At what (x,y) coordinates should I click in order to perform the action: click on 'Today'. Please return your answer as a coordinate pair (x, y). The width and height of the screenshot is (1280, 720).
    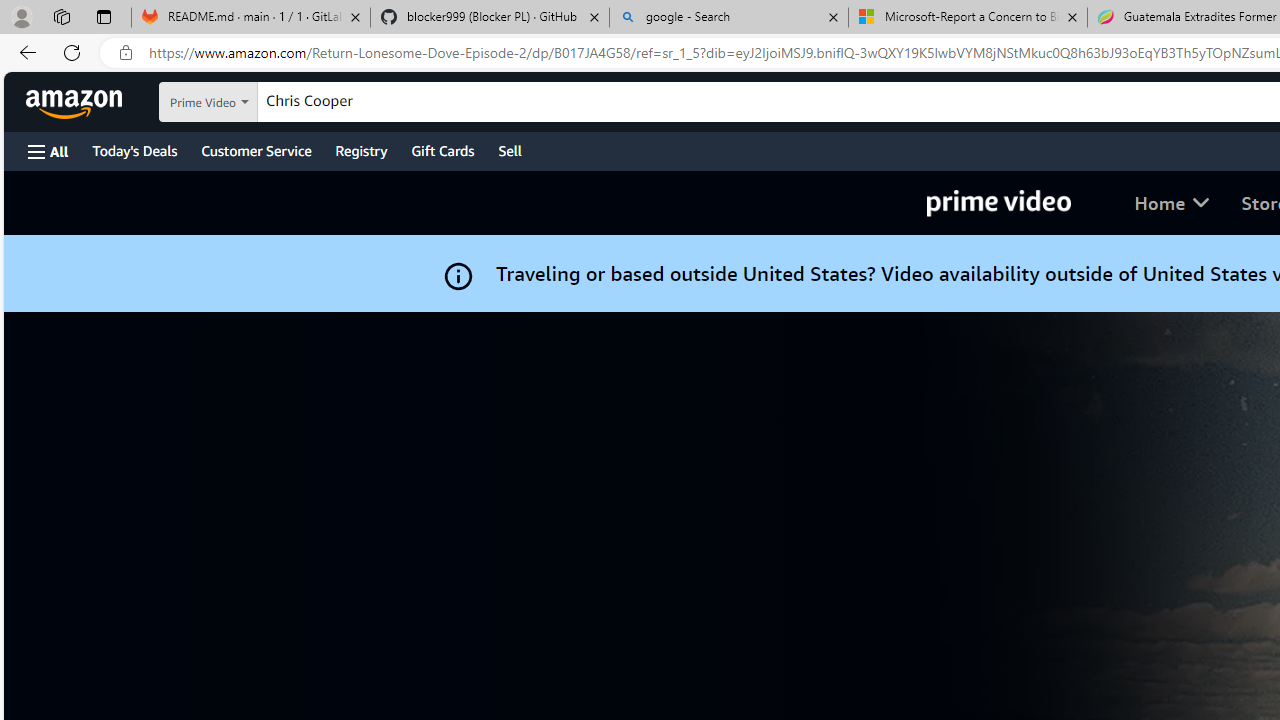
    Looking at the image, I should click on (133, 149).